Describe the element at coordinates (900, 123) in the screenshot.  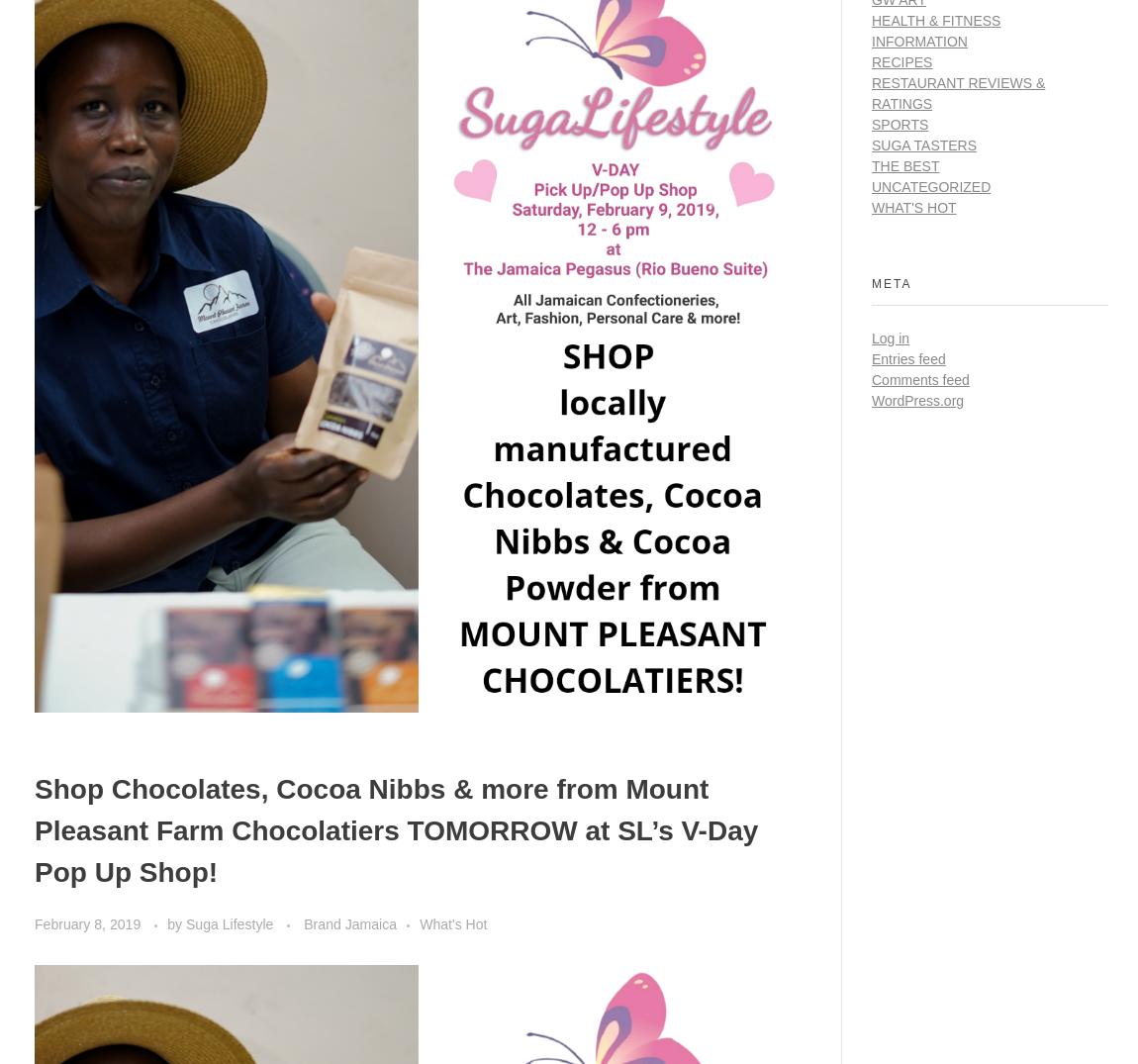
I see `'Sports'` at that location.